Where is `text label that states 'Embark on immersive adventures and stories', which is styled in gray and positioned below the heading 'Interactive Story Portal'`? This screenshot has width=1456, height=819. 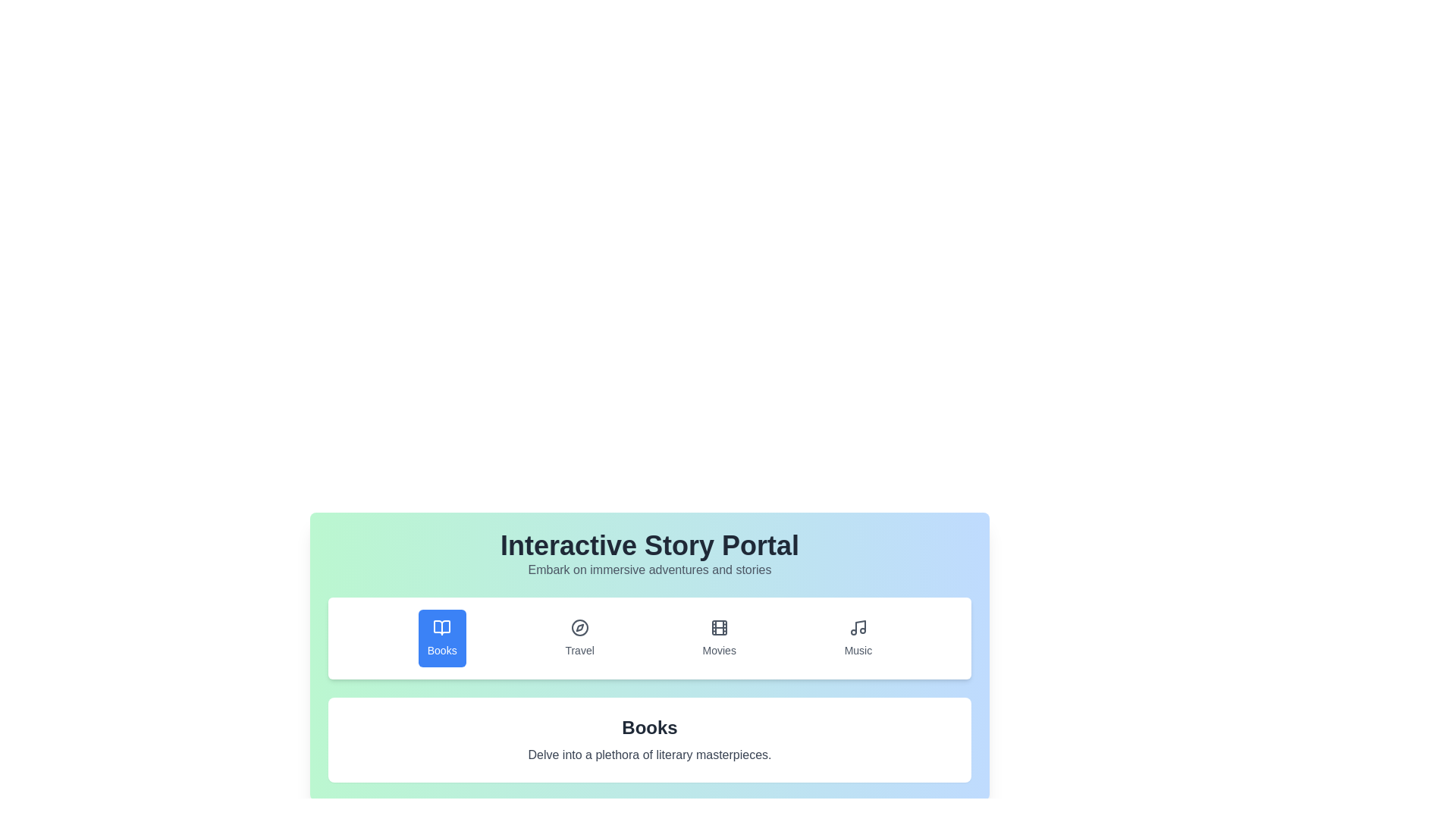
text label that states 'Embark on immersive adventures and stories', which is styled in gray and positioned below the heading 'Interactive Story Portal' is located at coordinates (650, 570).